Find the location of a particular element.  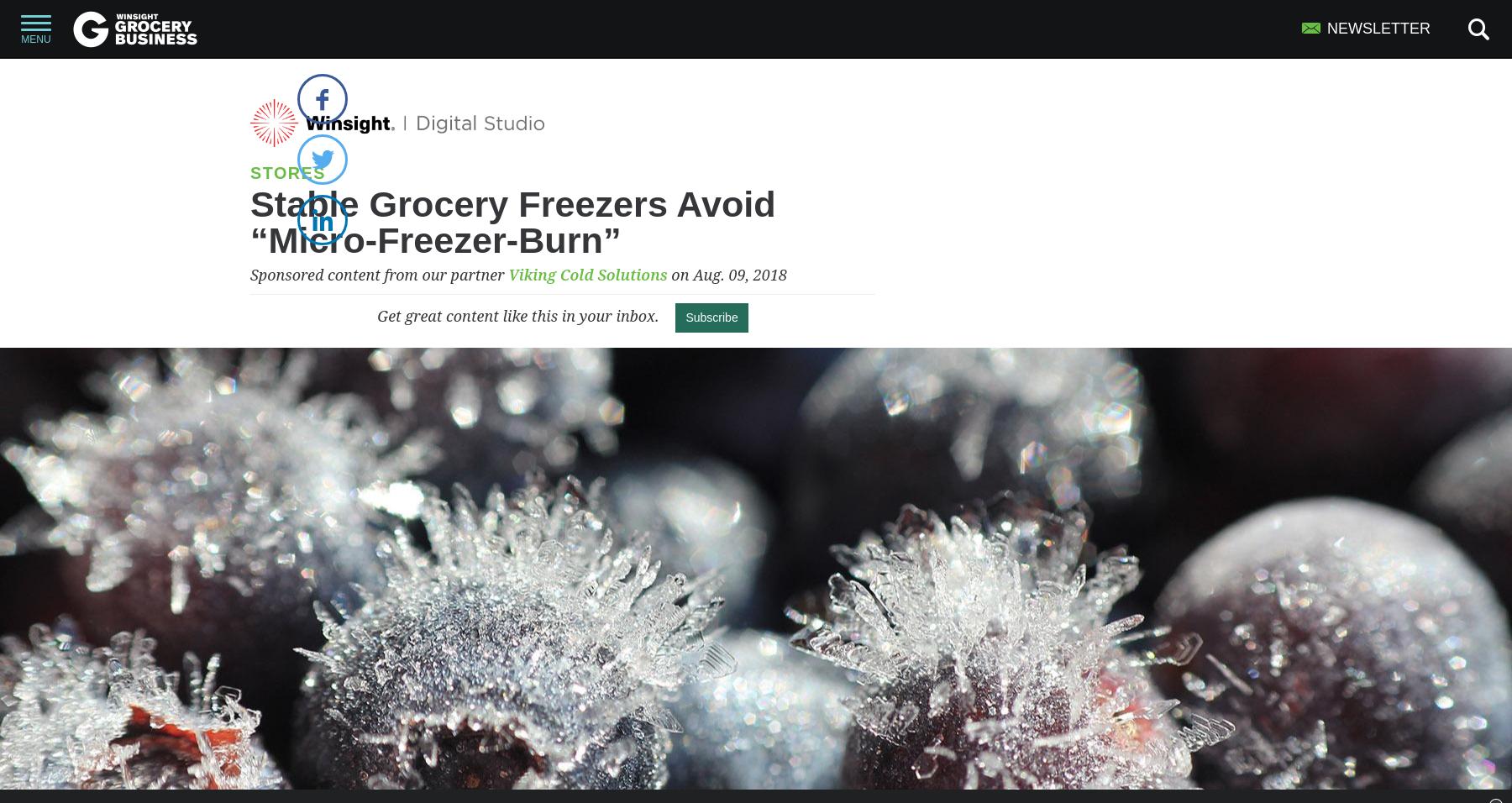

'Menu' is located at coordinates (34, 39).